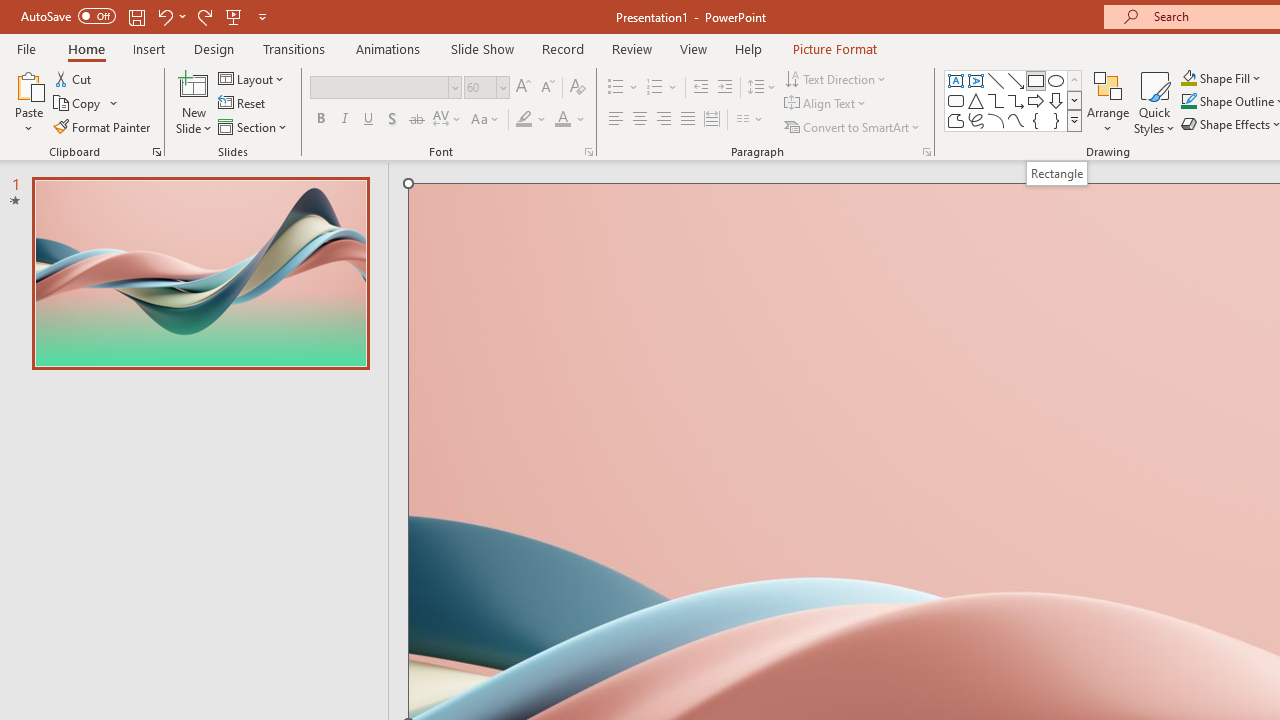  I want to click on 'Shape Fill Orange, Accent 2', so click(1189, 77).